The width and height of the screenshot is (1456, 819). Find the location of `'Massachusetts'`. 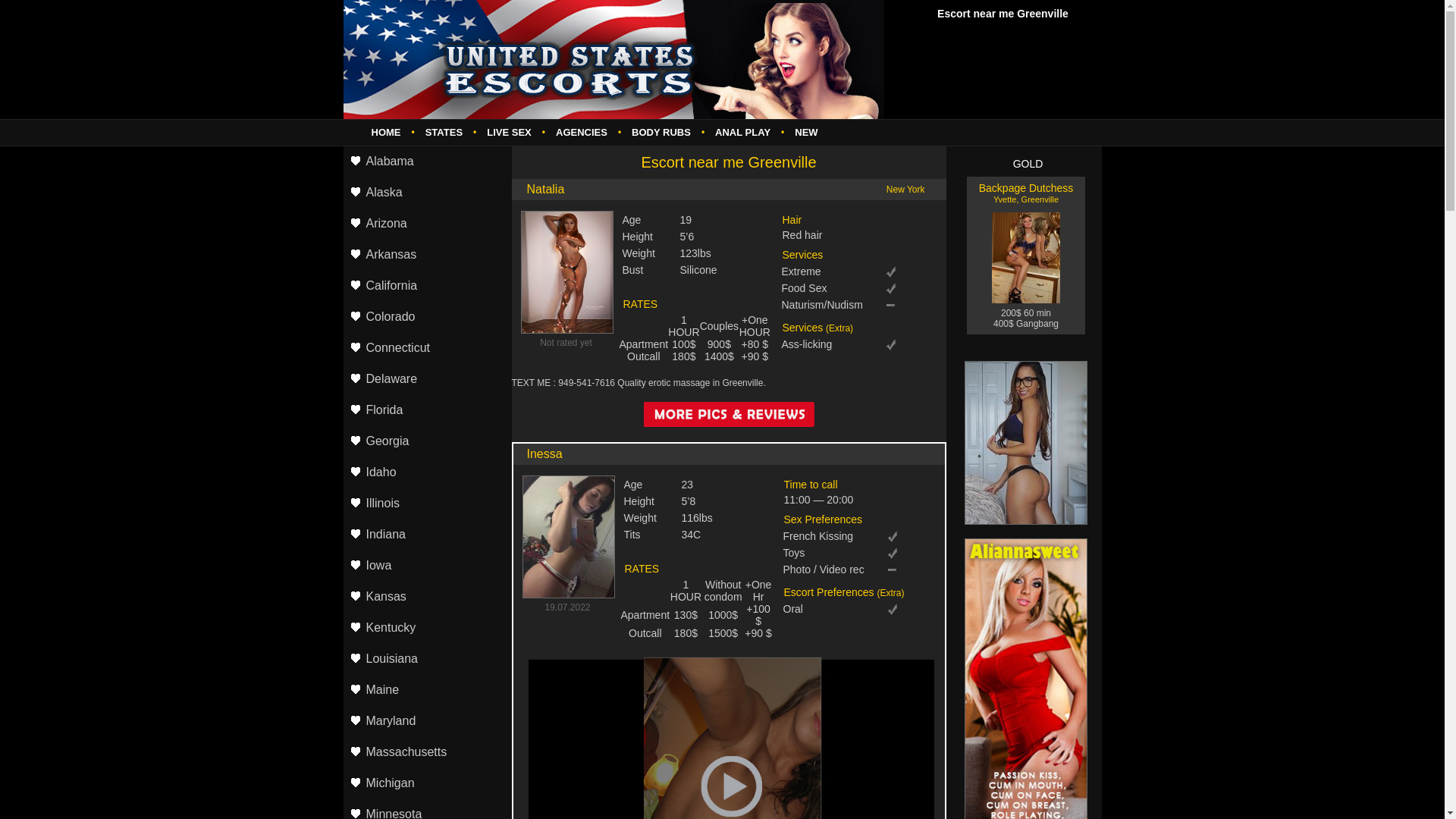

'Massachusetts' is located at coordinates (425, 752).